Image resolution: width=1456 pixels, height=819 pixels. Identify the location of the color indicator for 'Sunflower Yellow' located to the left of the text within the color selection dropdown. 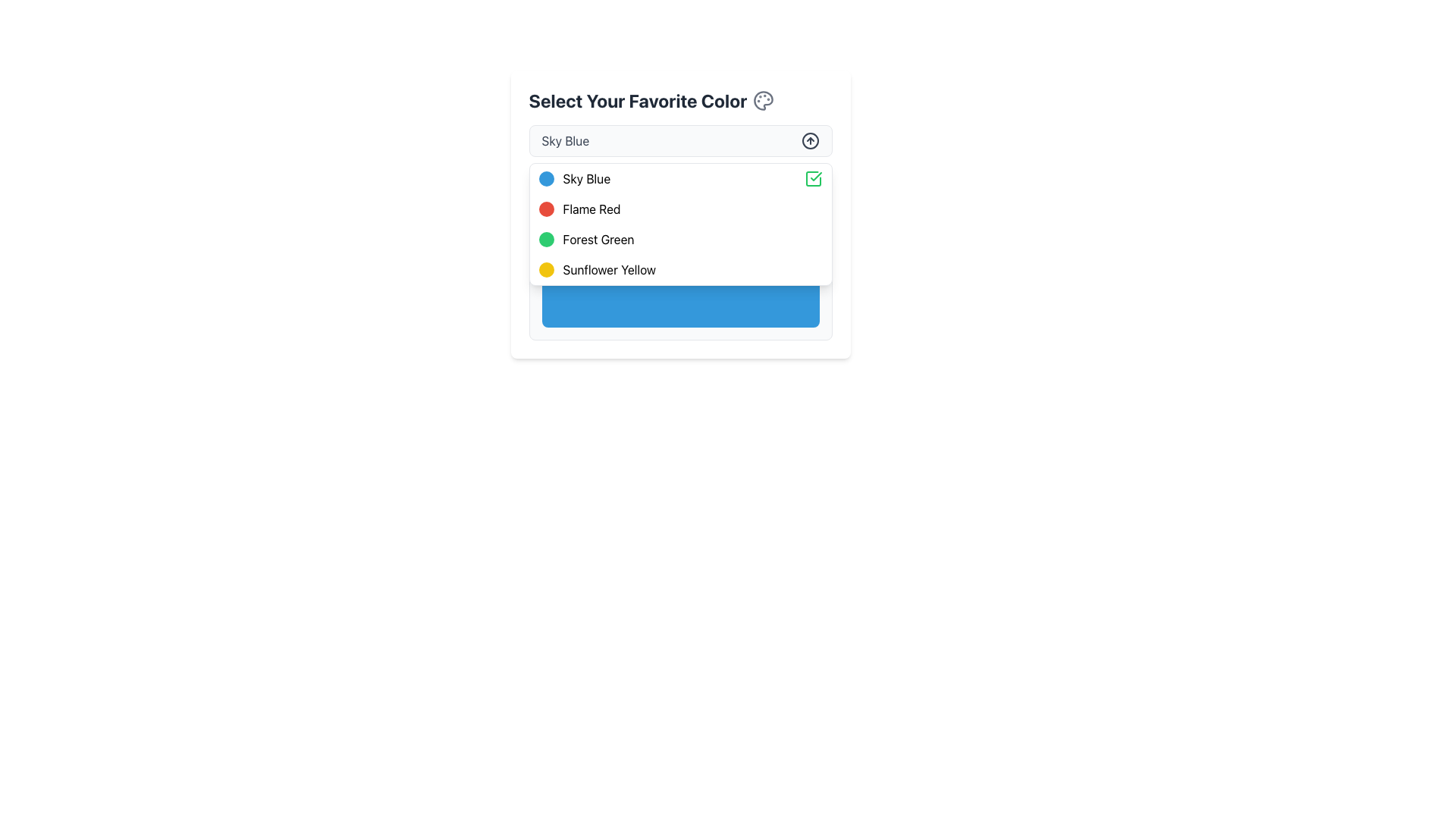
(546, 268).